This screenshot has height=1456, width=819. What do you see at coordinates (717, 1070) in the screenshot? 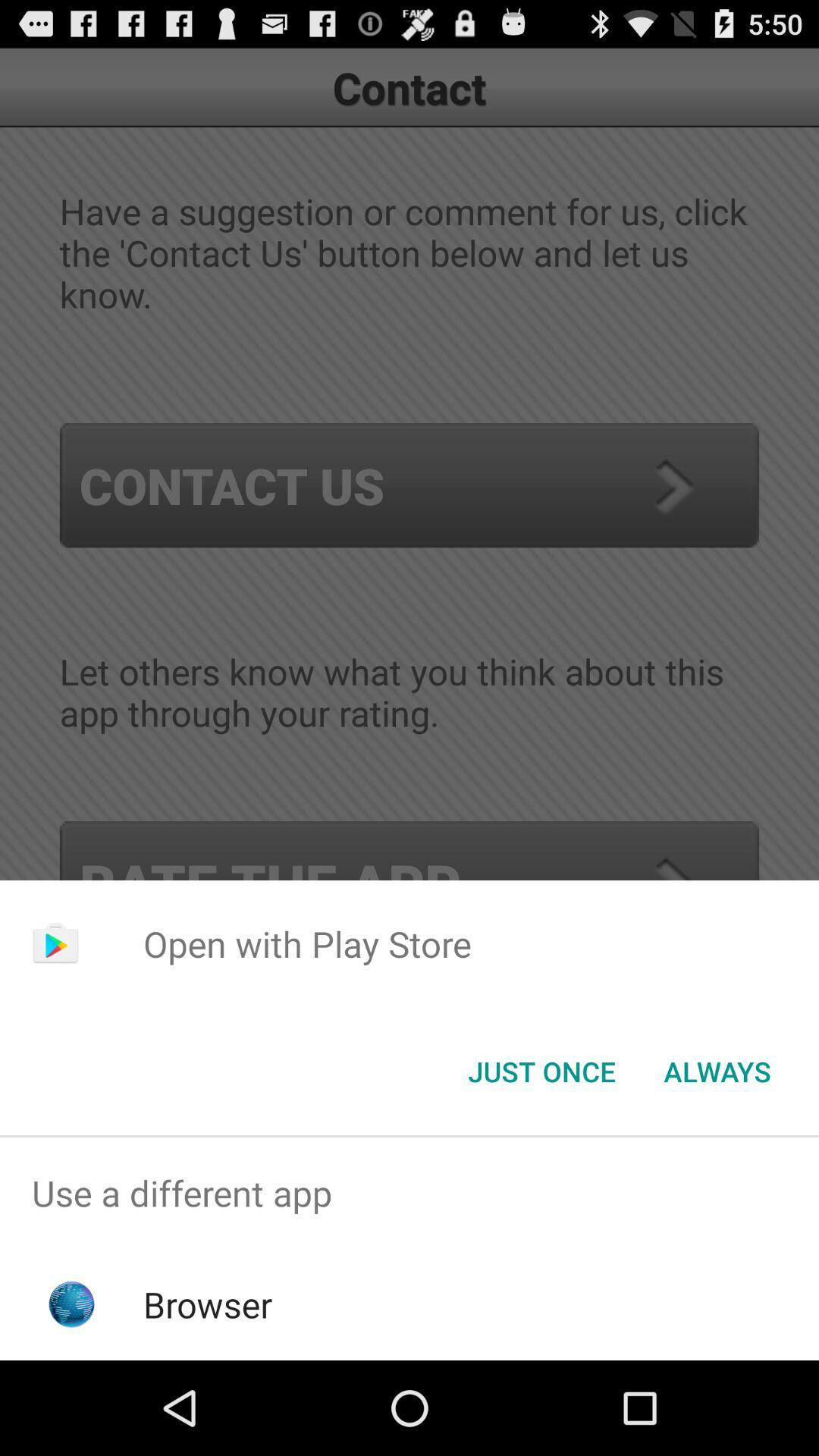
I see `always` at bounding box center [717, 1070].